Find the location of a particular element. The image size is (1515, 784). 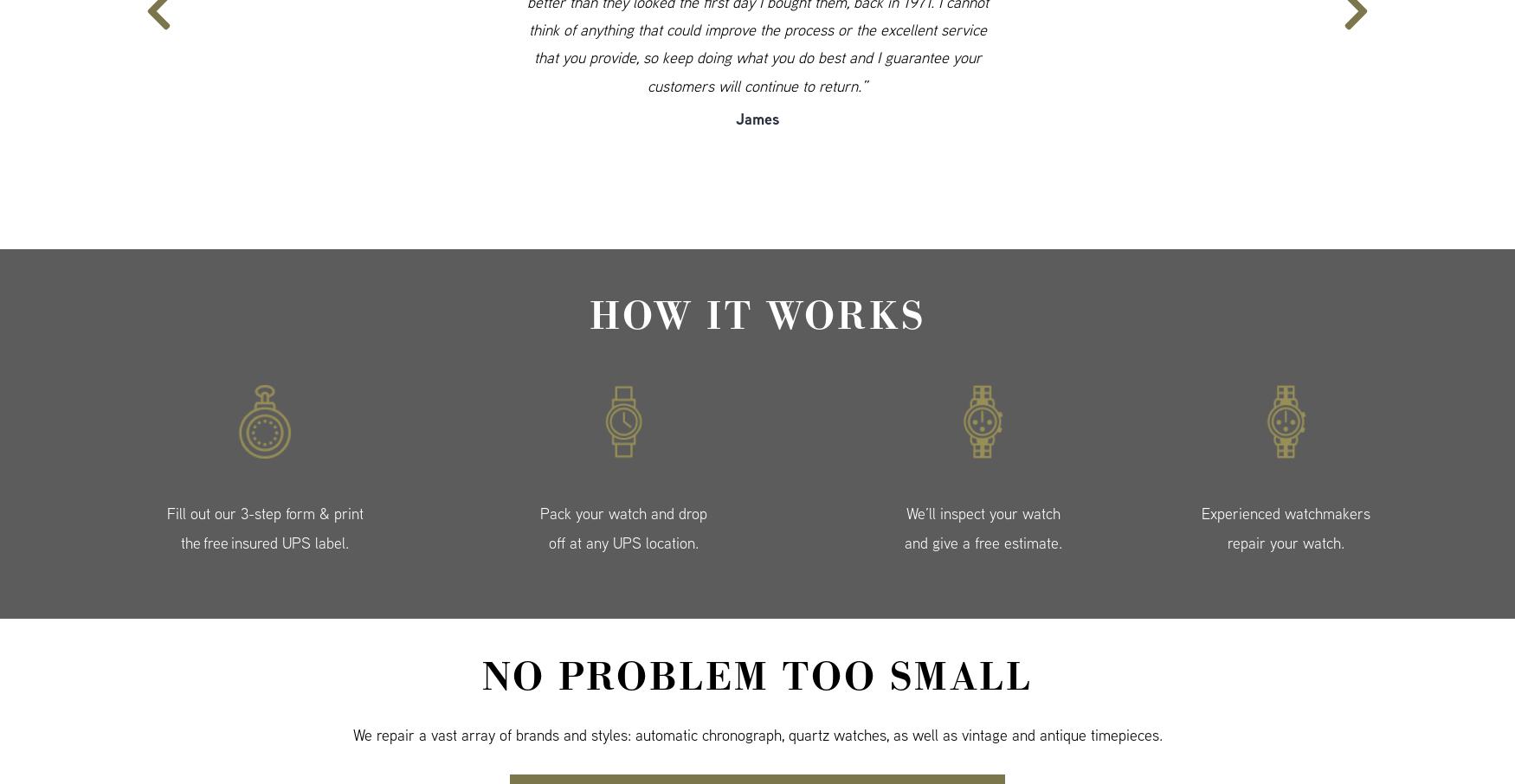

'off at any UPS location.' is located at coordinates (623, 543).